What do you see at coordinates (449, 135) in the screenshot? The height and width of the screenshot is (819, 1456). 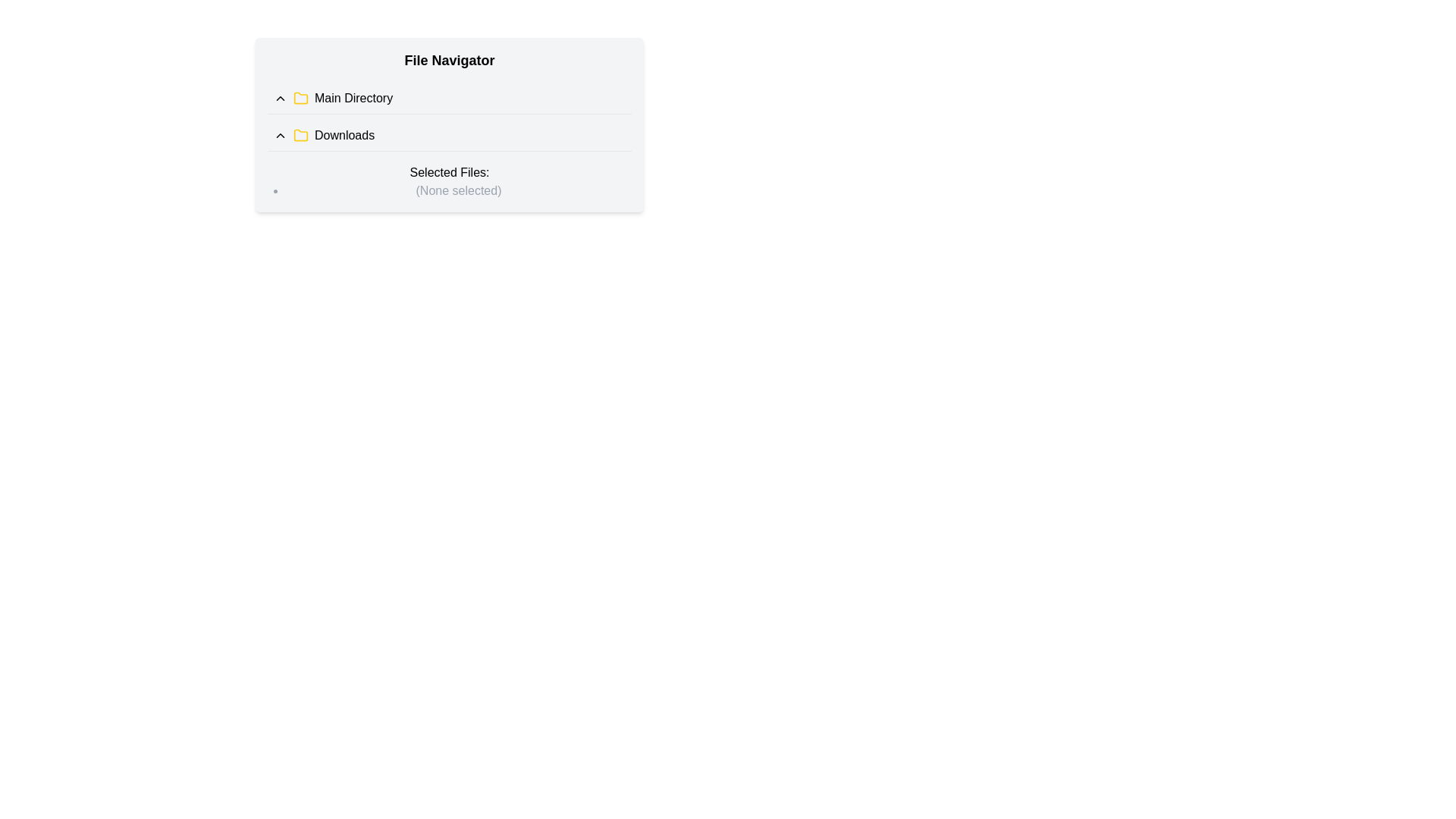 I see `the 'Downloads' file directory list item` at bounding box center [449, 135].